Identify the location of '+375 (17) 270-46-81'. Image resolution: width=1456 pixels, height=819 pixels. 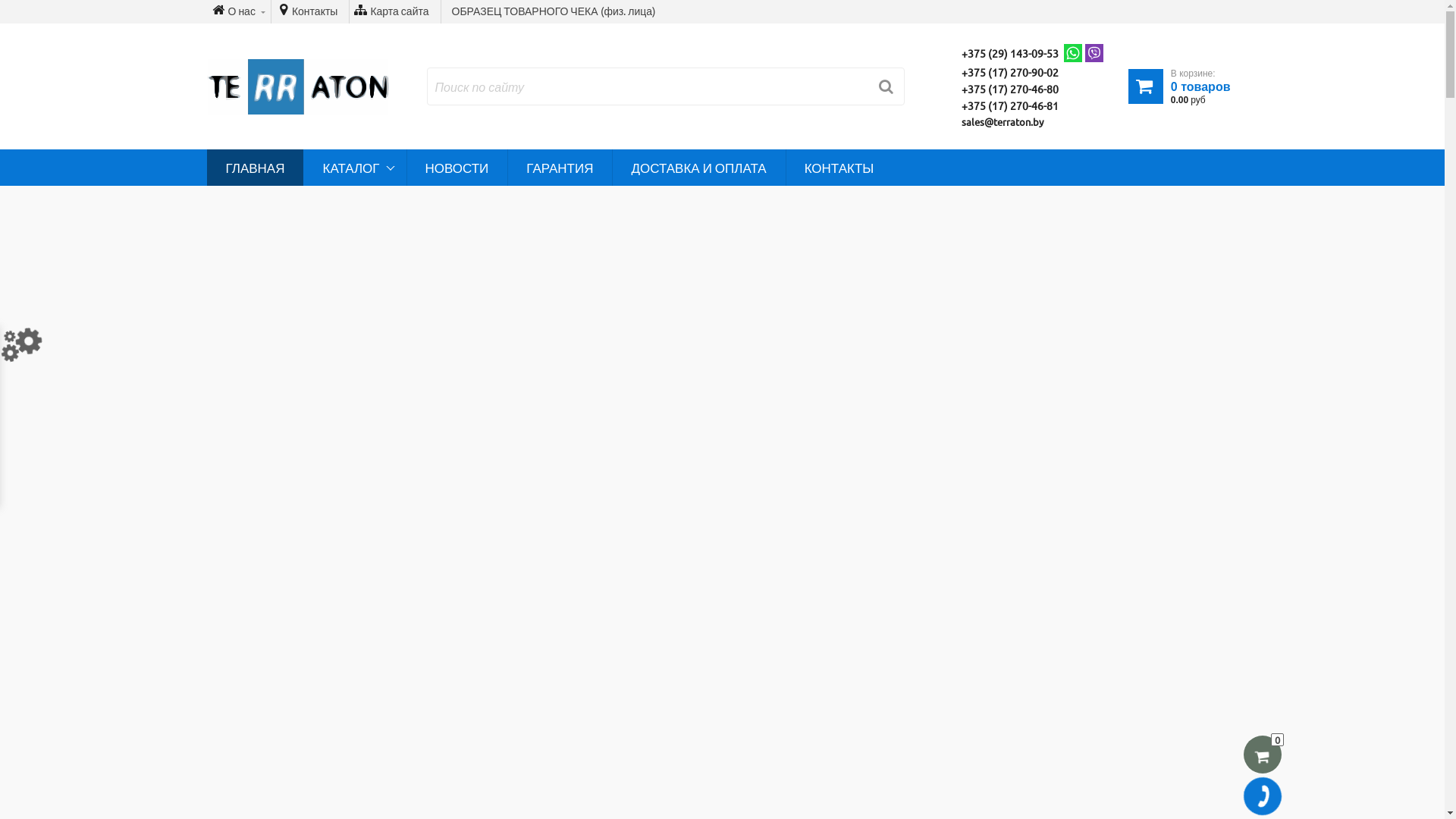
(1012, 104).